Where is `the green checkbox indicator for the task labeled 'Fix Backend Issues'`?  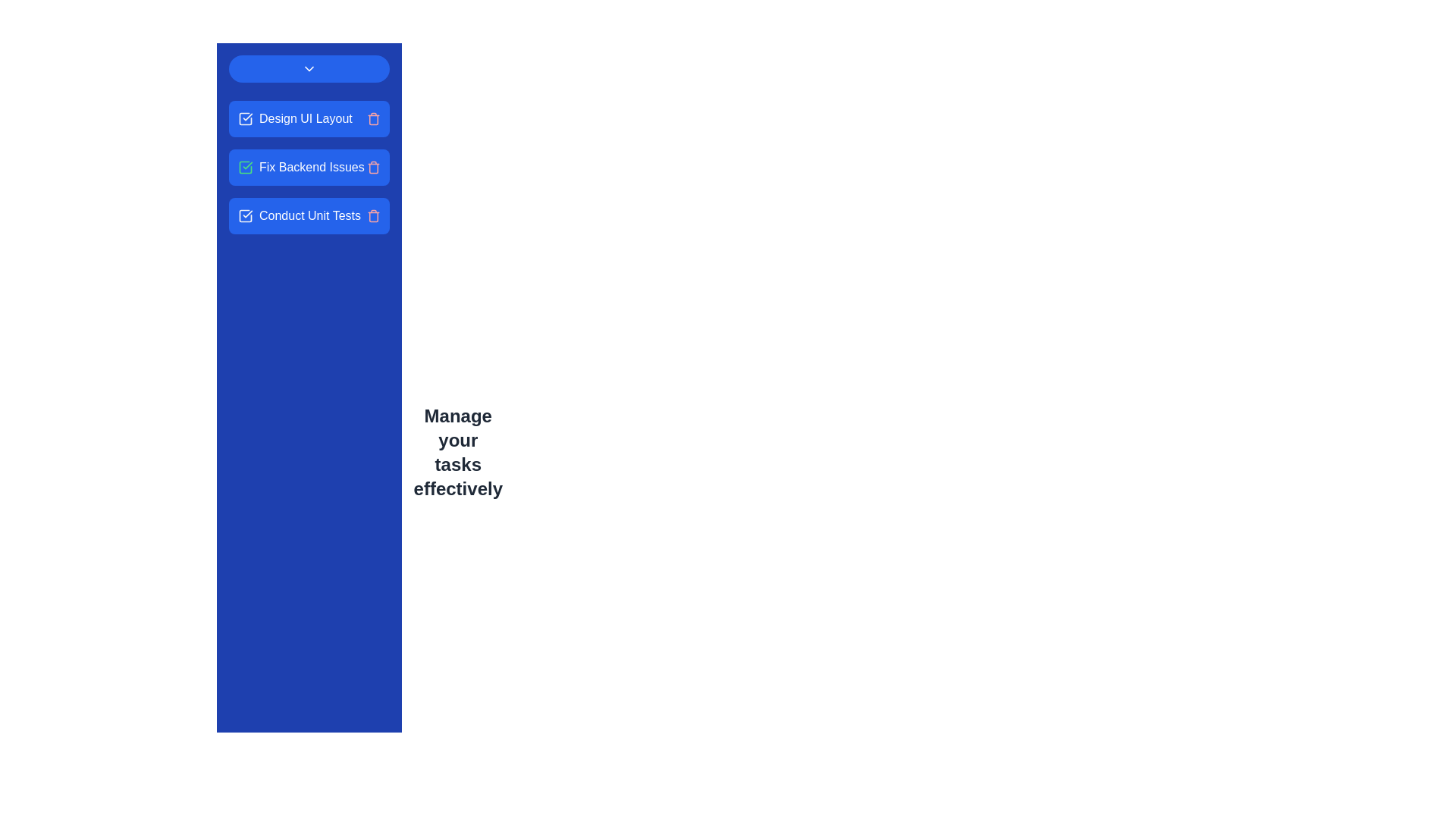
the green checkbox indicator for the task labeled 'Fix Backend Issues' is located at coordinates (246, 167).